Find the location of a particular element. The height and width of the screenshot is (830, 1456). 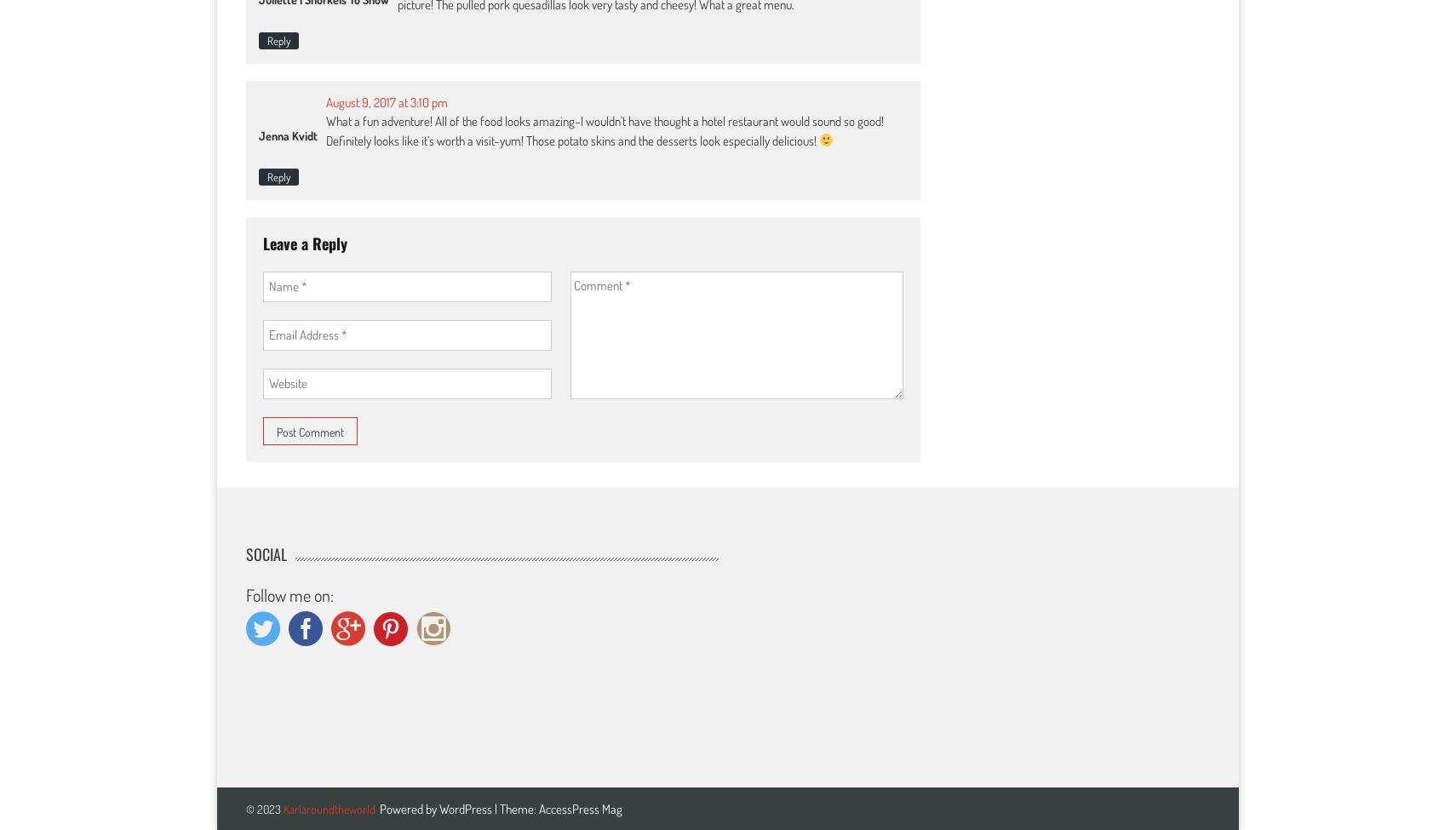

'© 2023' is located at coordinates (244, 807).